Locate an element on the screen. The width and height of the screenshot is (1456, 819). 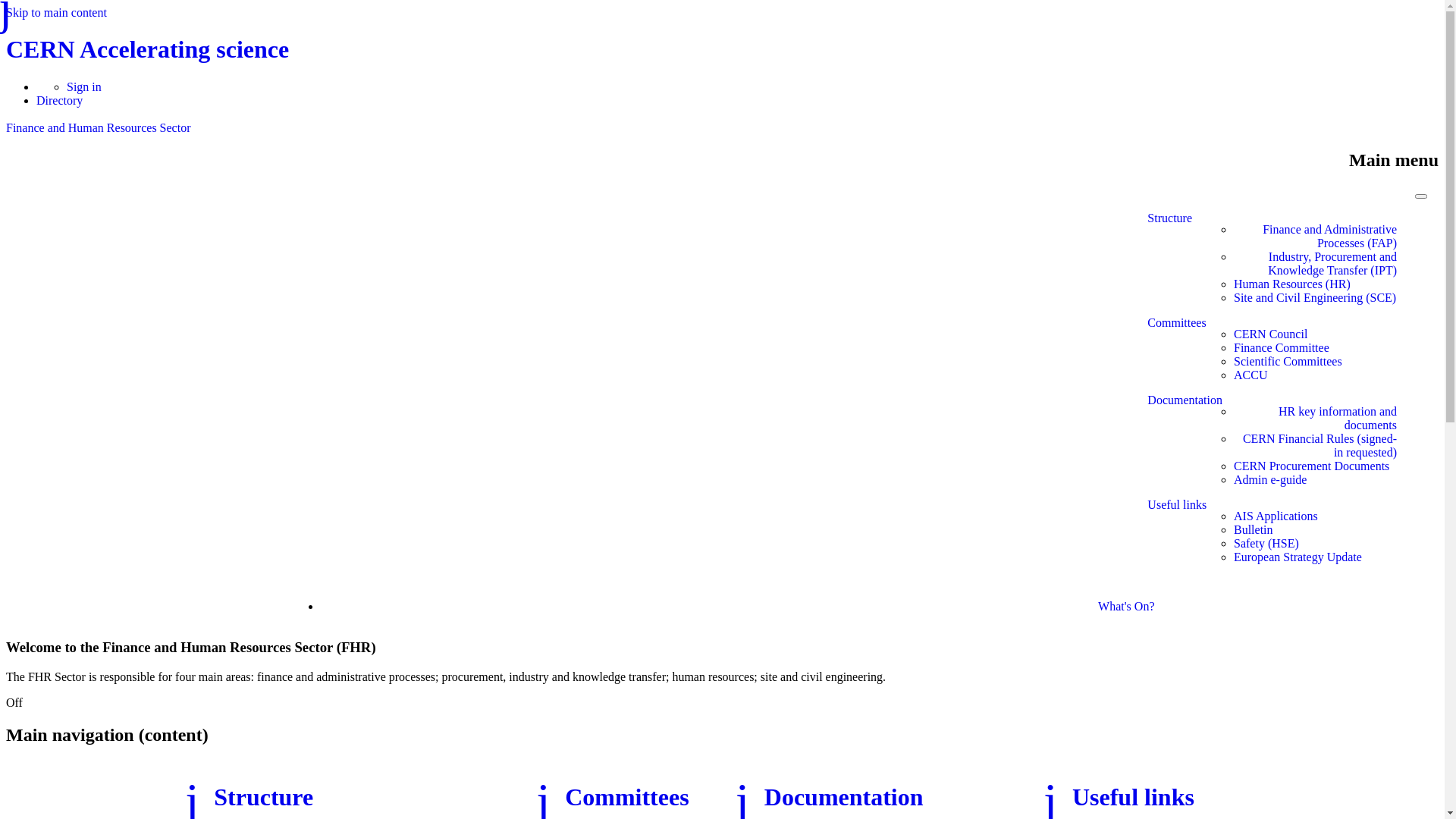
'ACCU' is located at coordinates (1234, 375).